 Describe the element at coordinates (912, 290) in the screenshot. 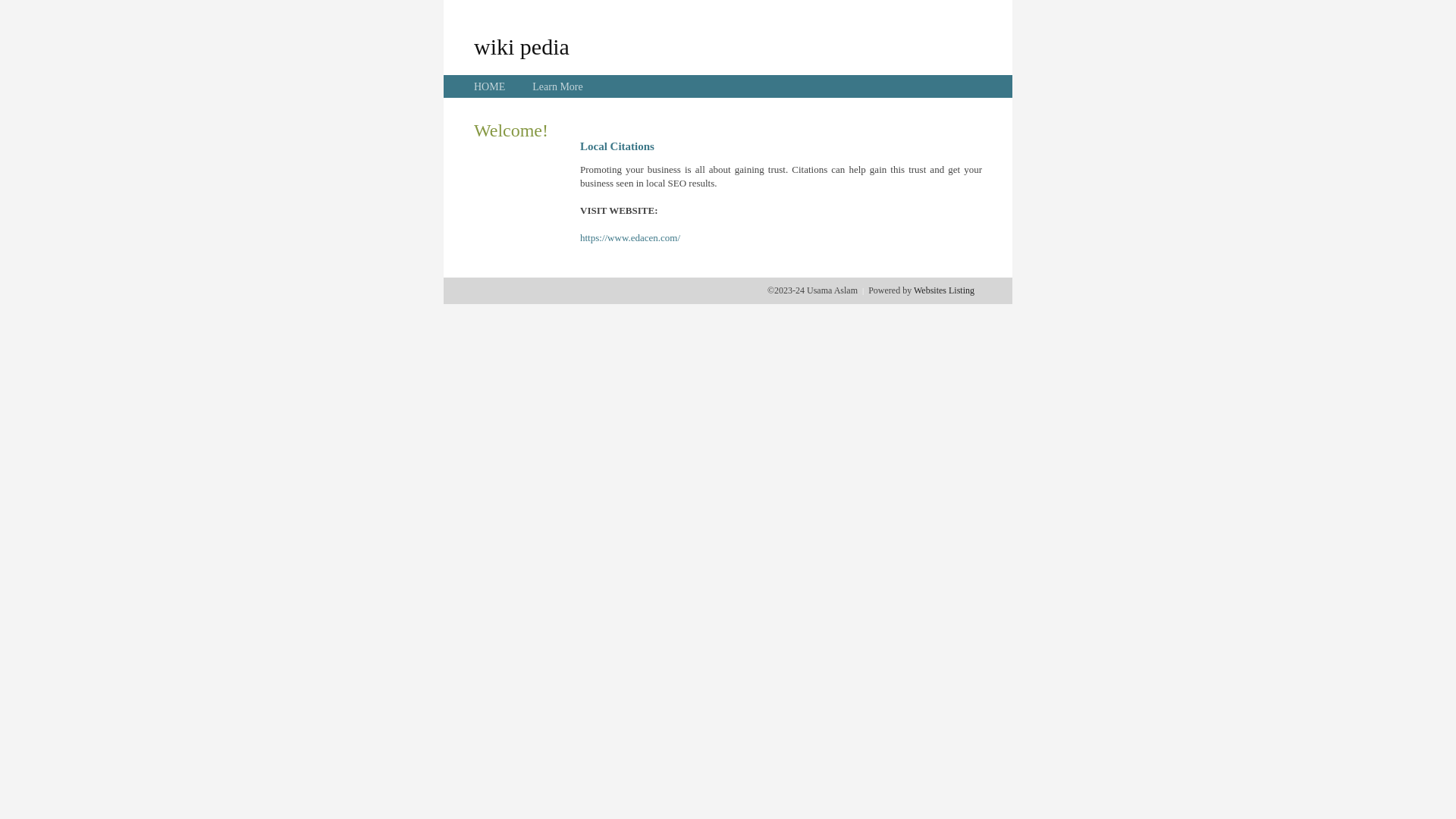

I see `'Websites Listing'` at that location.